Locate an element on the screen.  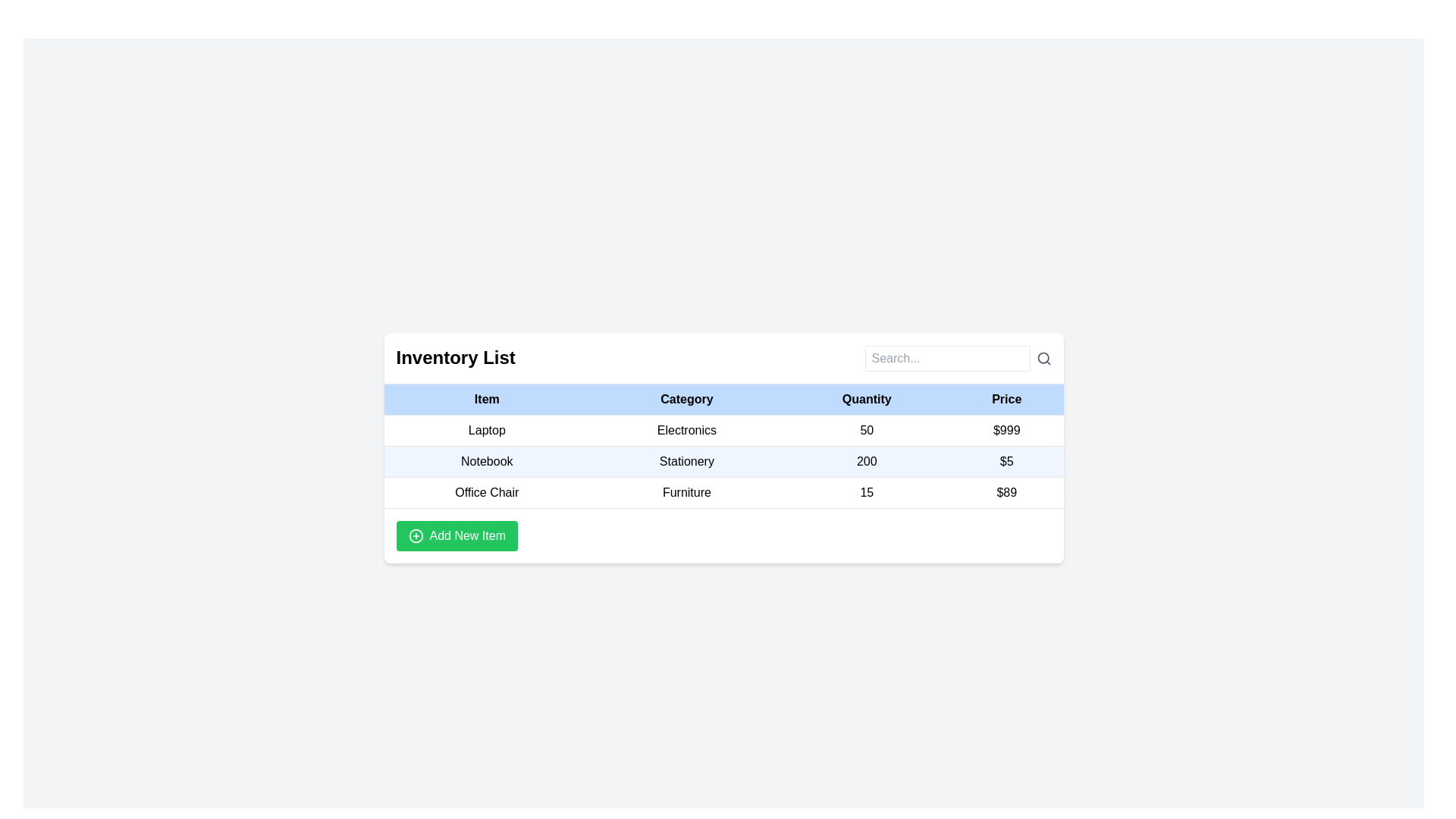
the 'Add New Item' button which contains the circular icon on its left side, visually indicating the addition operation is located at coordinates (416, 535).